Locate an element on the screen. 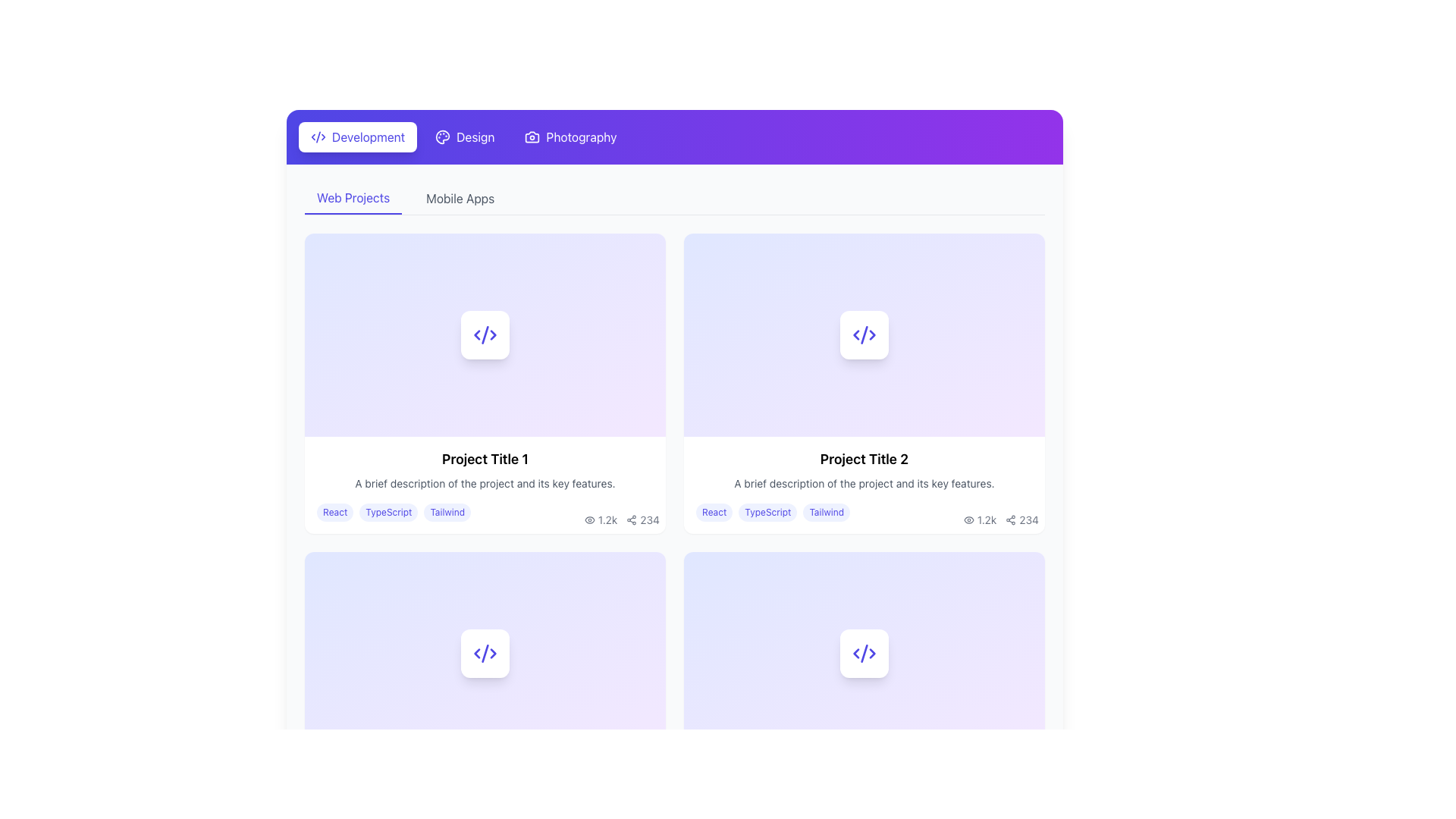 Image resolution: width=1456 pixels, height=819 pixels. the indigo code-related SVG icon within the white rounded square background located in the bottom section of the card below 'Project Title 1' is located at coordinates (484, 651).